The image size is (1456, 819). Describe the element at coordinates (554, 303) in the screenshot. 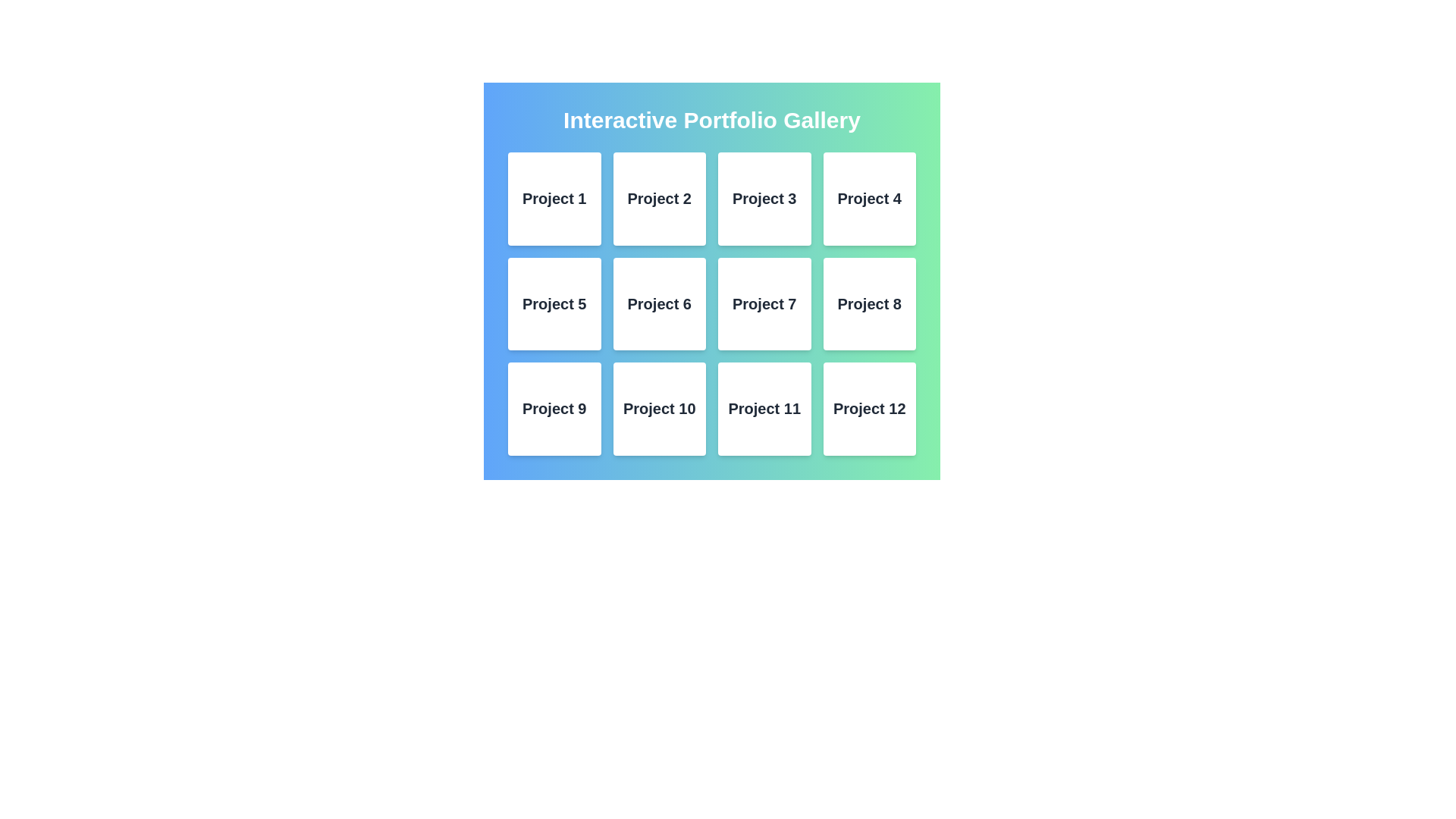

I see `the clickable card representing 'Project 5' located in the second row, first column of the grid` at that location.